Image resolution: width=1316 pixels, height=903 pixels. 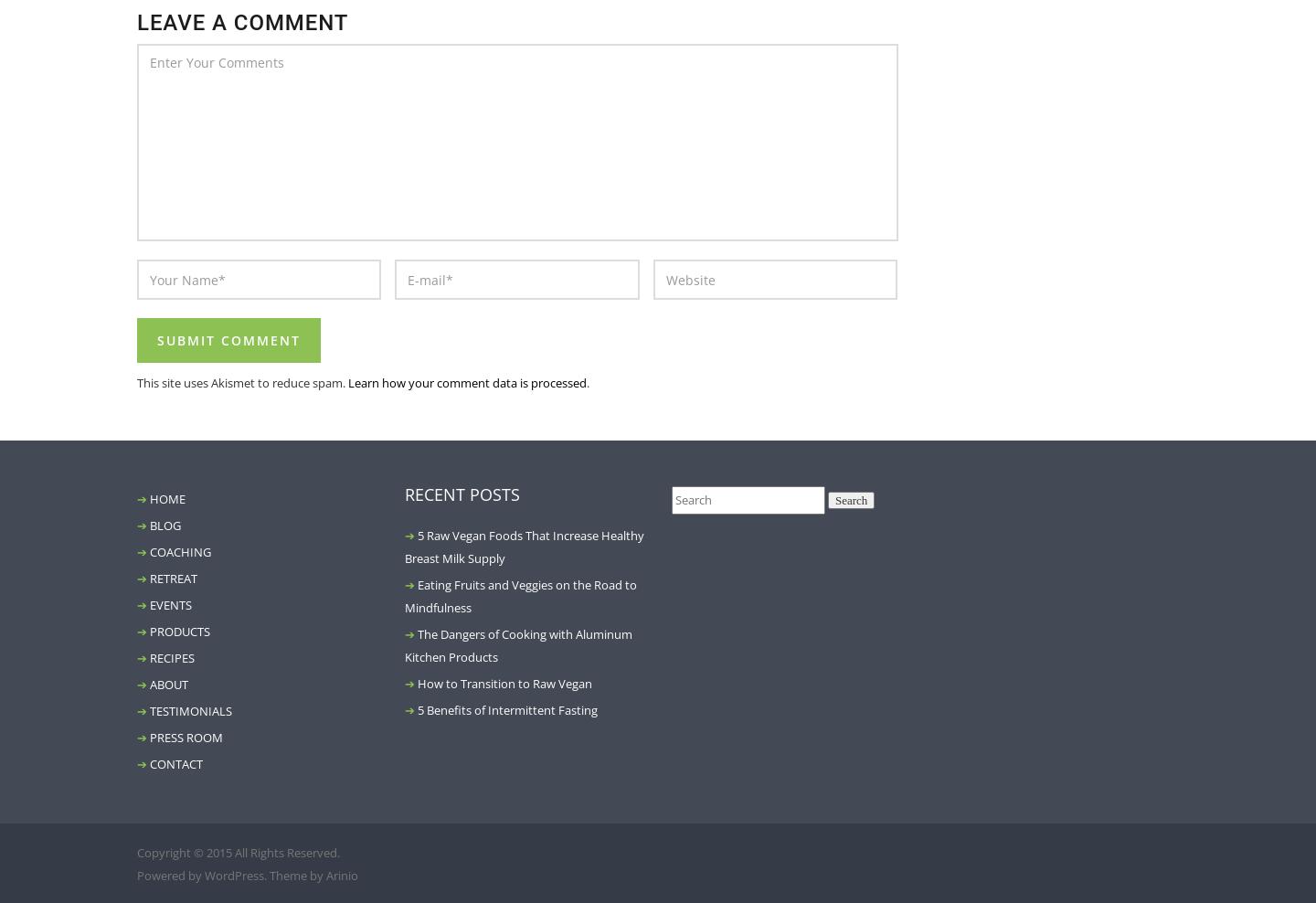 I want to click on 'CONTACT', so click(x=175, y=764).